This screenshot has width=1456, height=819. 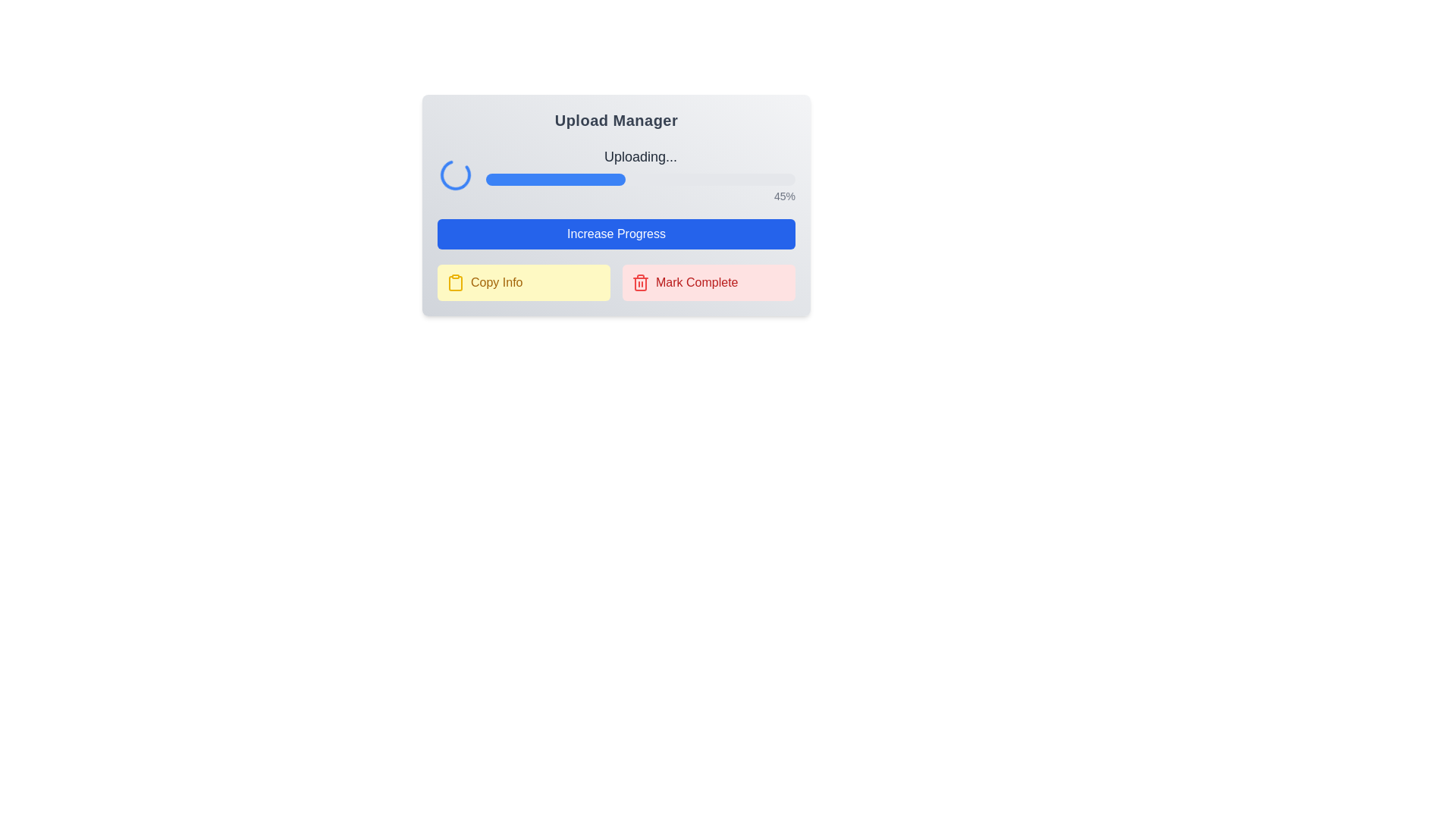 What do you see at coordinates (497, 283) in the screenshot?
I see `the content of the 'Copy Info' label which is styled with medium-weight yellow text and is part of the leftmost button below the main progress bar` at bounding box center [497, 283].